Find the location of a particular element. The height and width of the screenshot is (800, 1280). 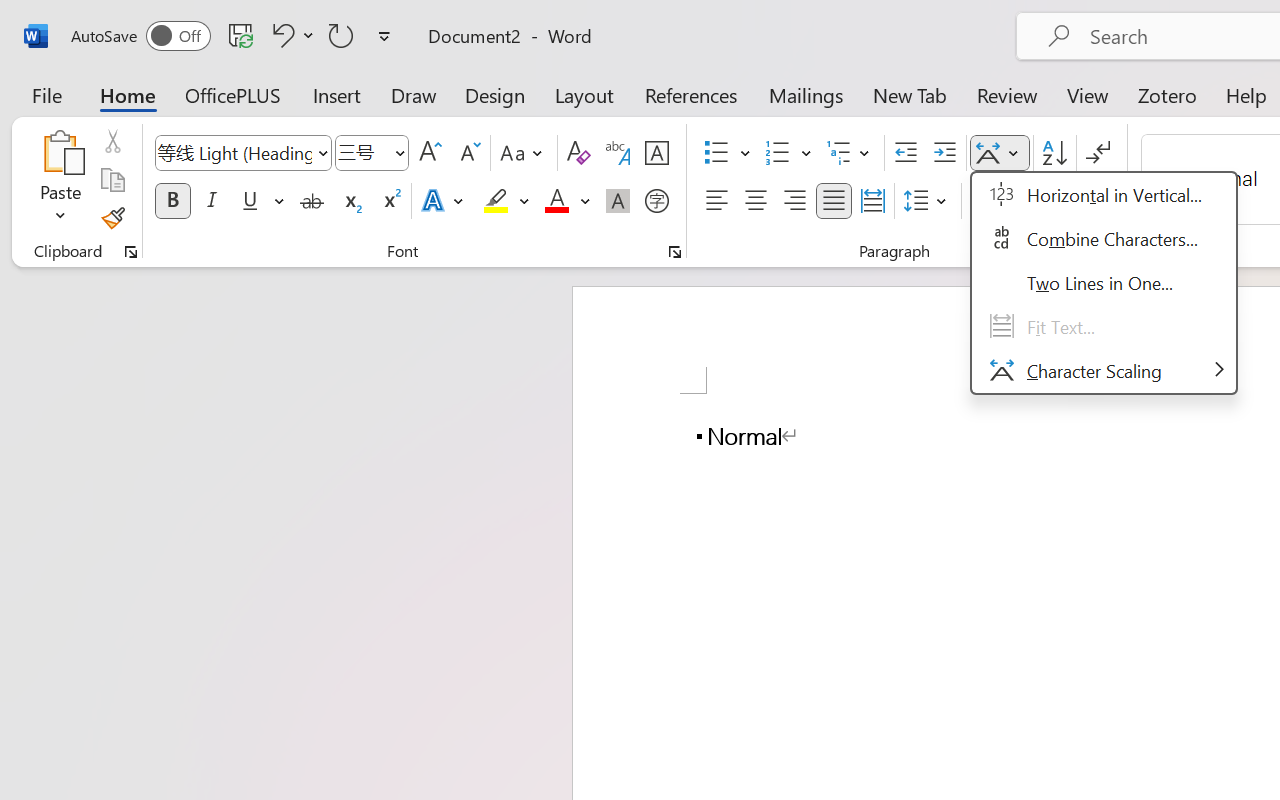

'Quick Access Toolbar' is located at coordinates (234, 35).